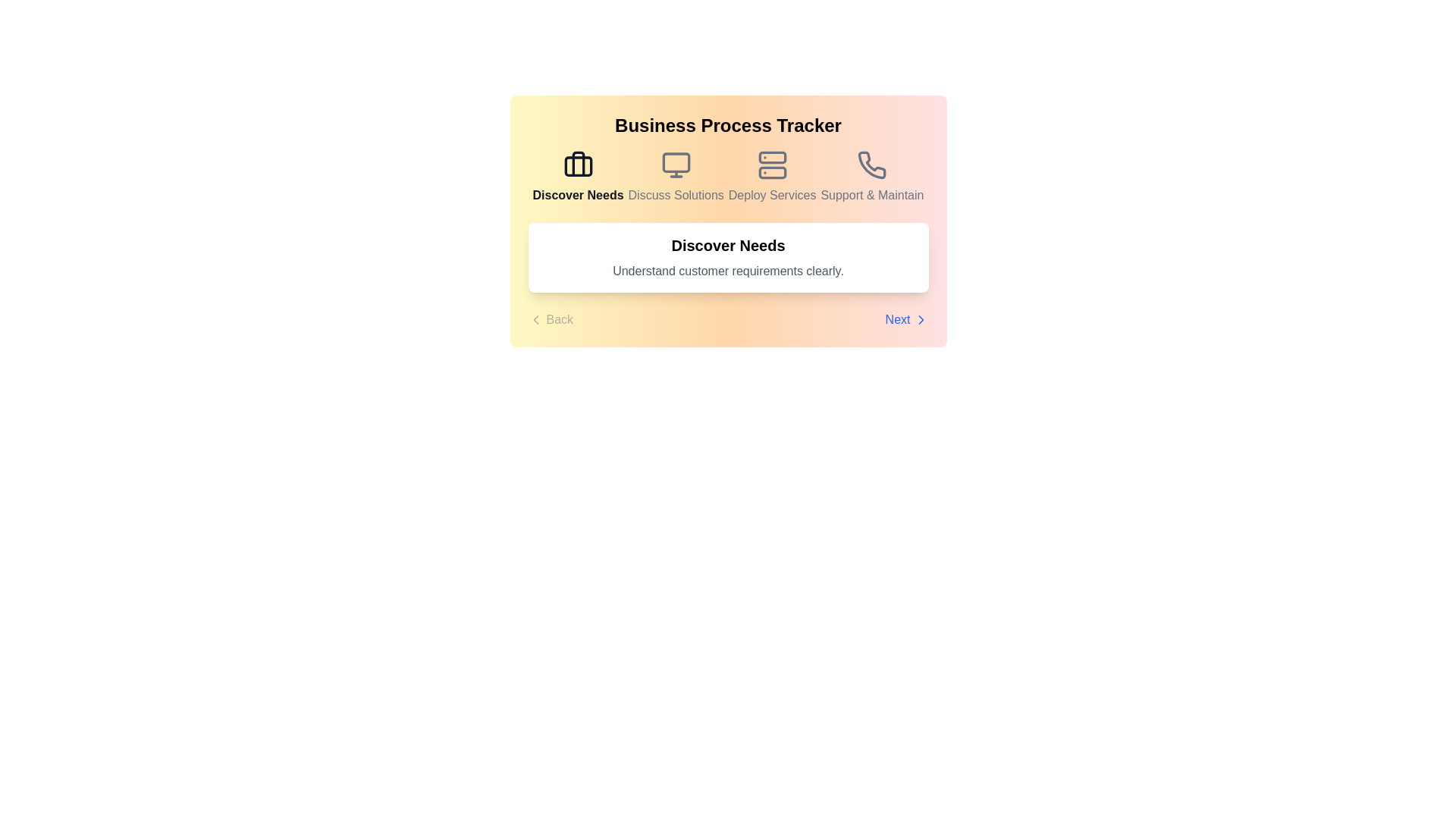  What do you see at coordinates (771, 177) in the screenshot?
I see `the step icon for Deploy Services` at bounding box center [771, 177].